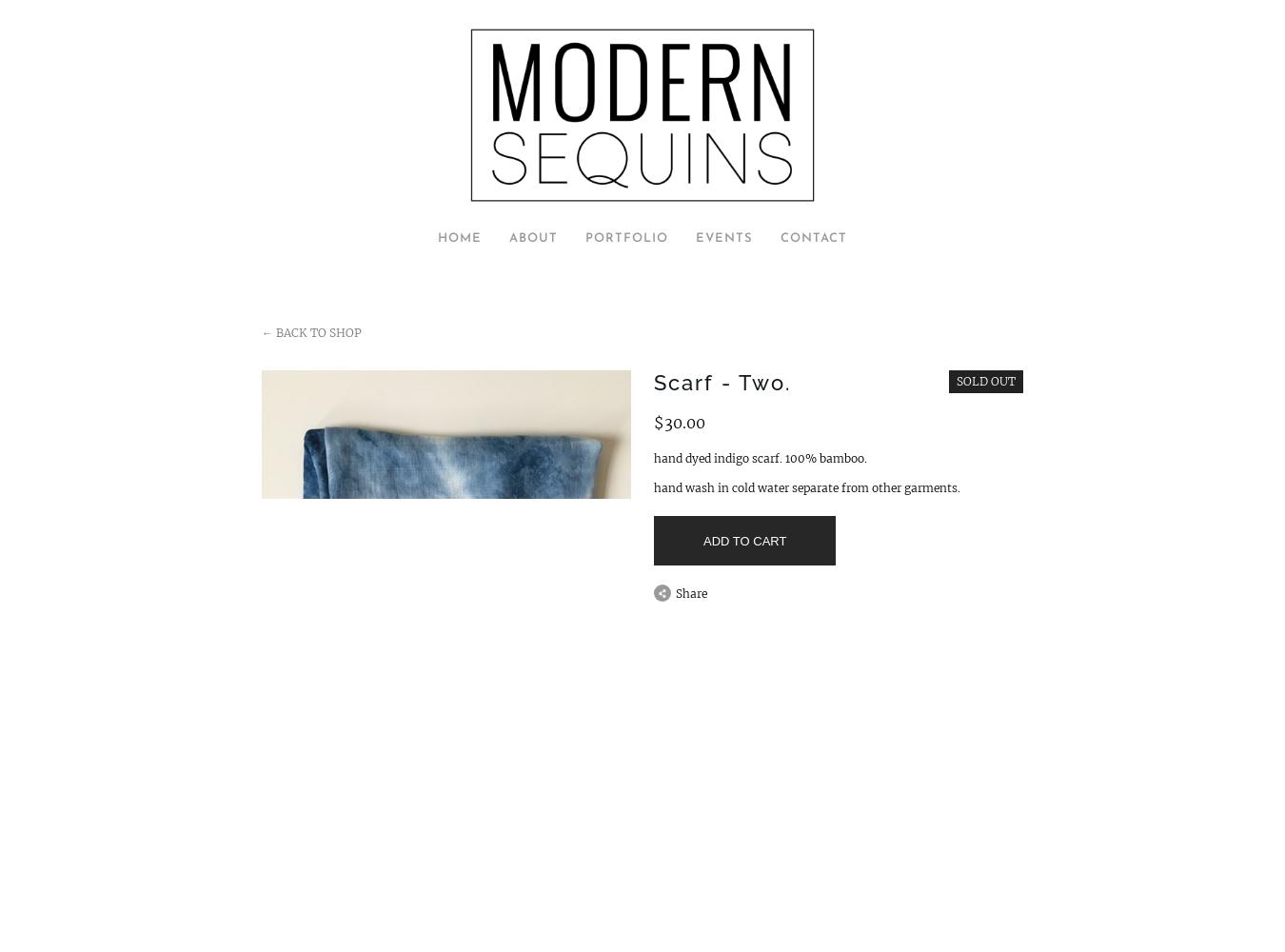 The image size is (1285, 952). What do you see at coordinates (743, 539) in the screenshot?
I see `'Add To Cart'` at bounding box center [743, 539].